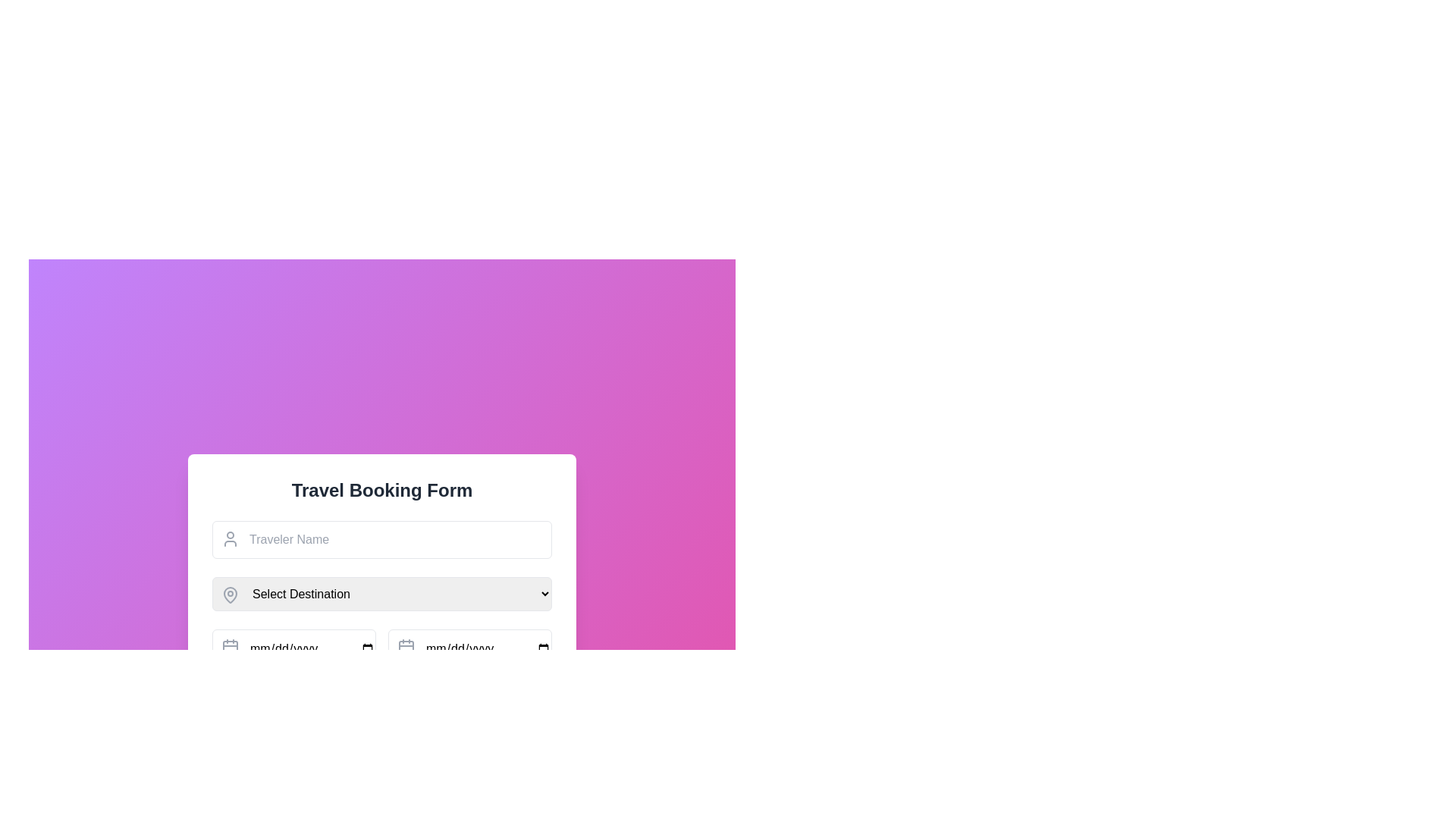 This screenshot has height=819, width=1456. Describe the element at coordinates (406, 647) in the screenshot. I see `the calendar icon in light gray, located in the end date selection field of the travel booking form` at that location.